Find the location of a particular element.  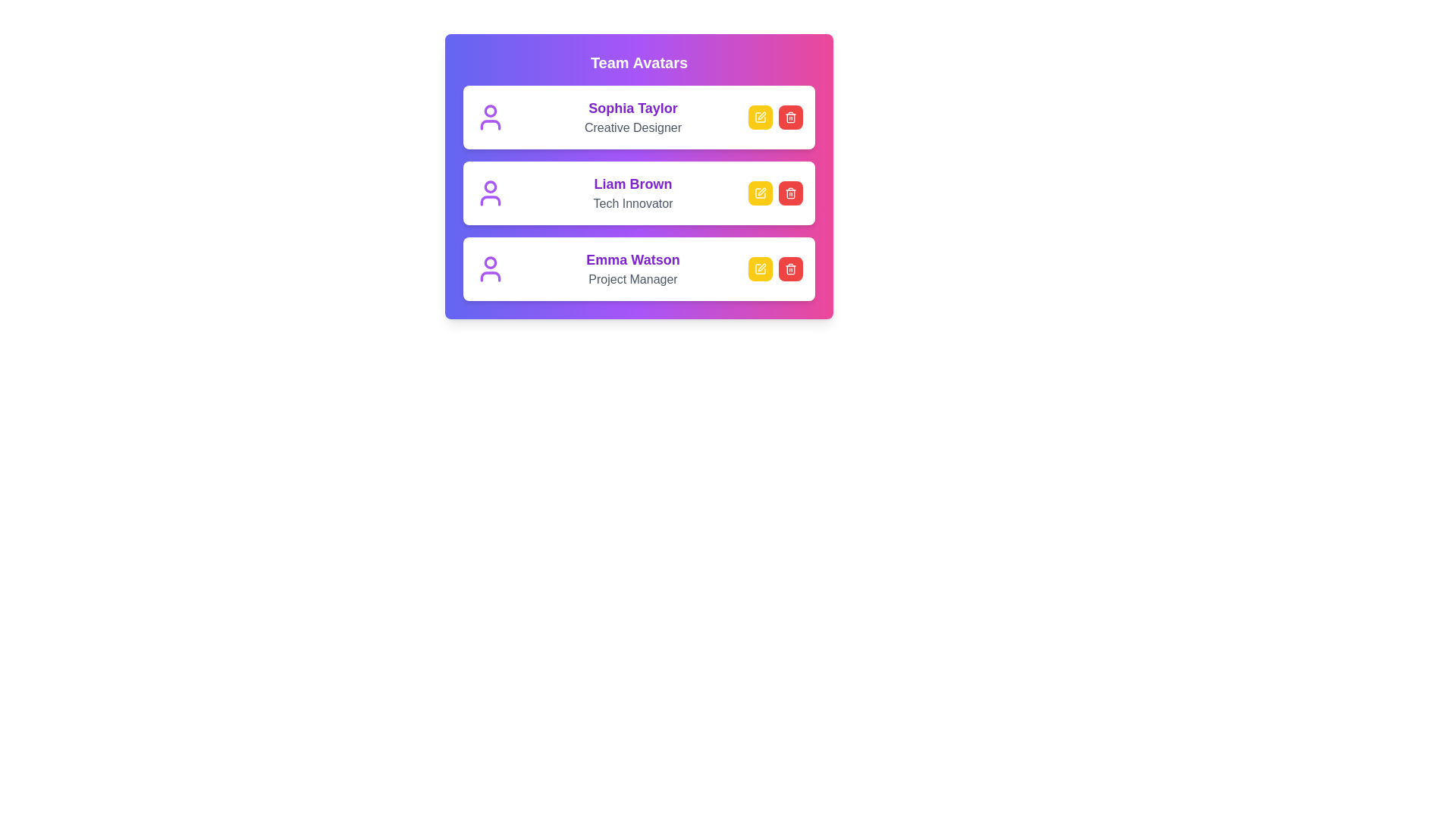

the label displaying 'Sophia Taylor' with a subtitle 'Creative Designer', styled in bold purple text, located in the first card of the 'Team Avatars' section is located at coordinates (633, 116).